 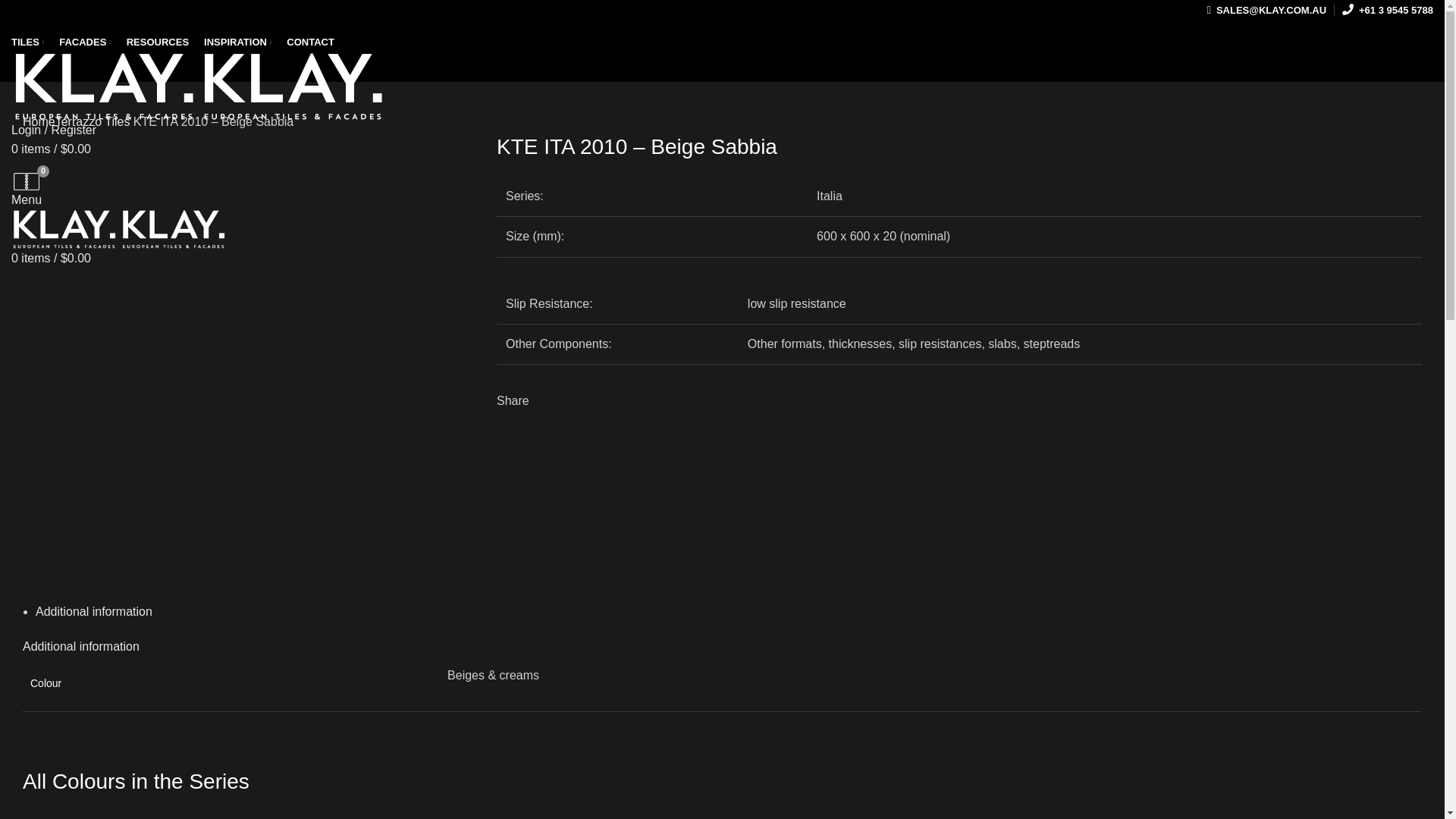 I want to click on 'RESOURCES', so click(x=118, y=42).